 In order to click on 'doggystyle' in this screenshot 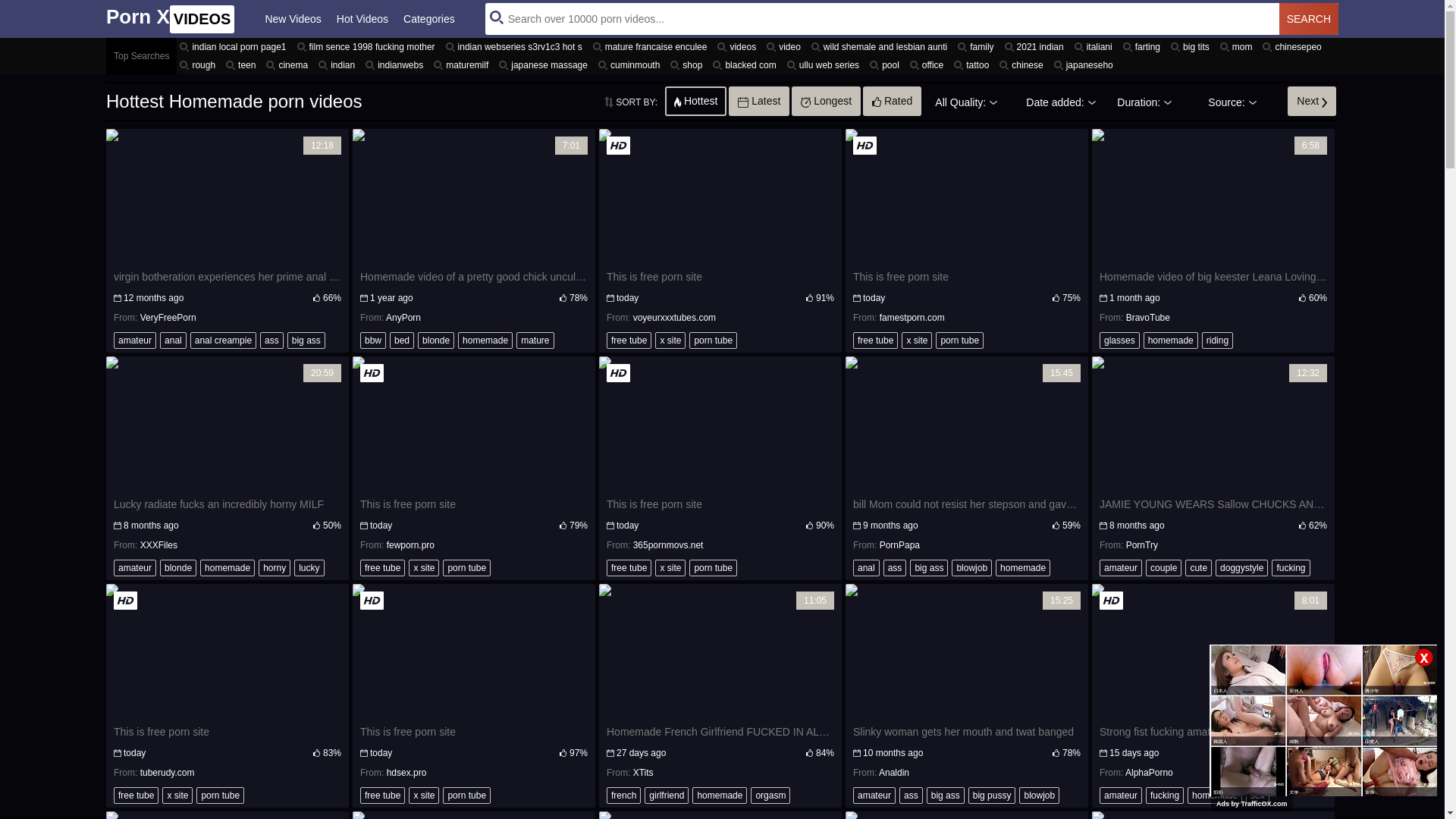, I will do `click(1241, 567)`.